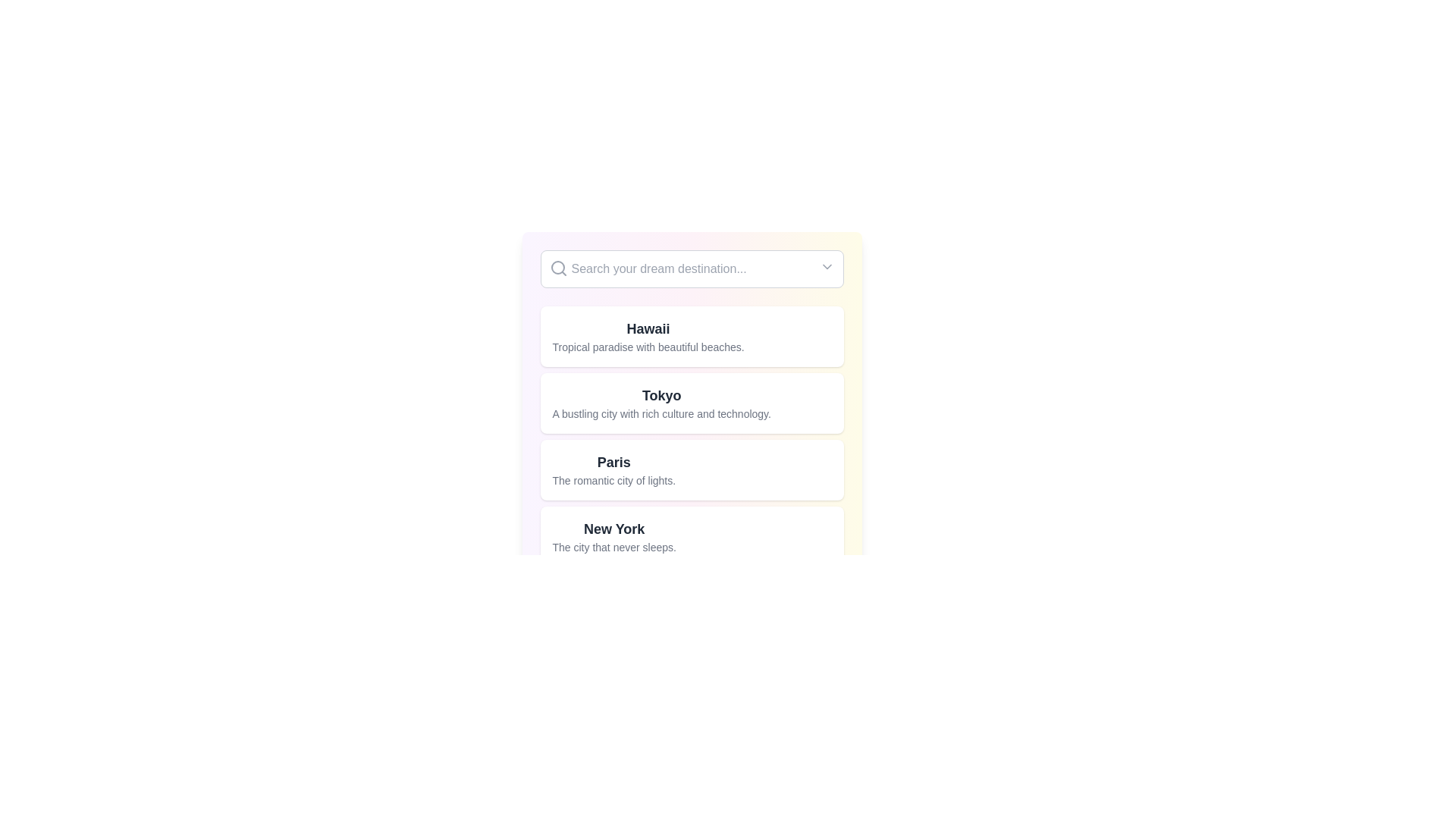  What do you see at coordinates (691, 408) in the screenshot?
I see `to select the 'Tokyo' card, which is the second card in a vertical list with a white background and rounded corners, featuring bold text for the title and a description below` at bounding box center [691, 408].